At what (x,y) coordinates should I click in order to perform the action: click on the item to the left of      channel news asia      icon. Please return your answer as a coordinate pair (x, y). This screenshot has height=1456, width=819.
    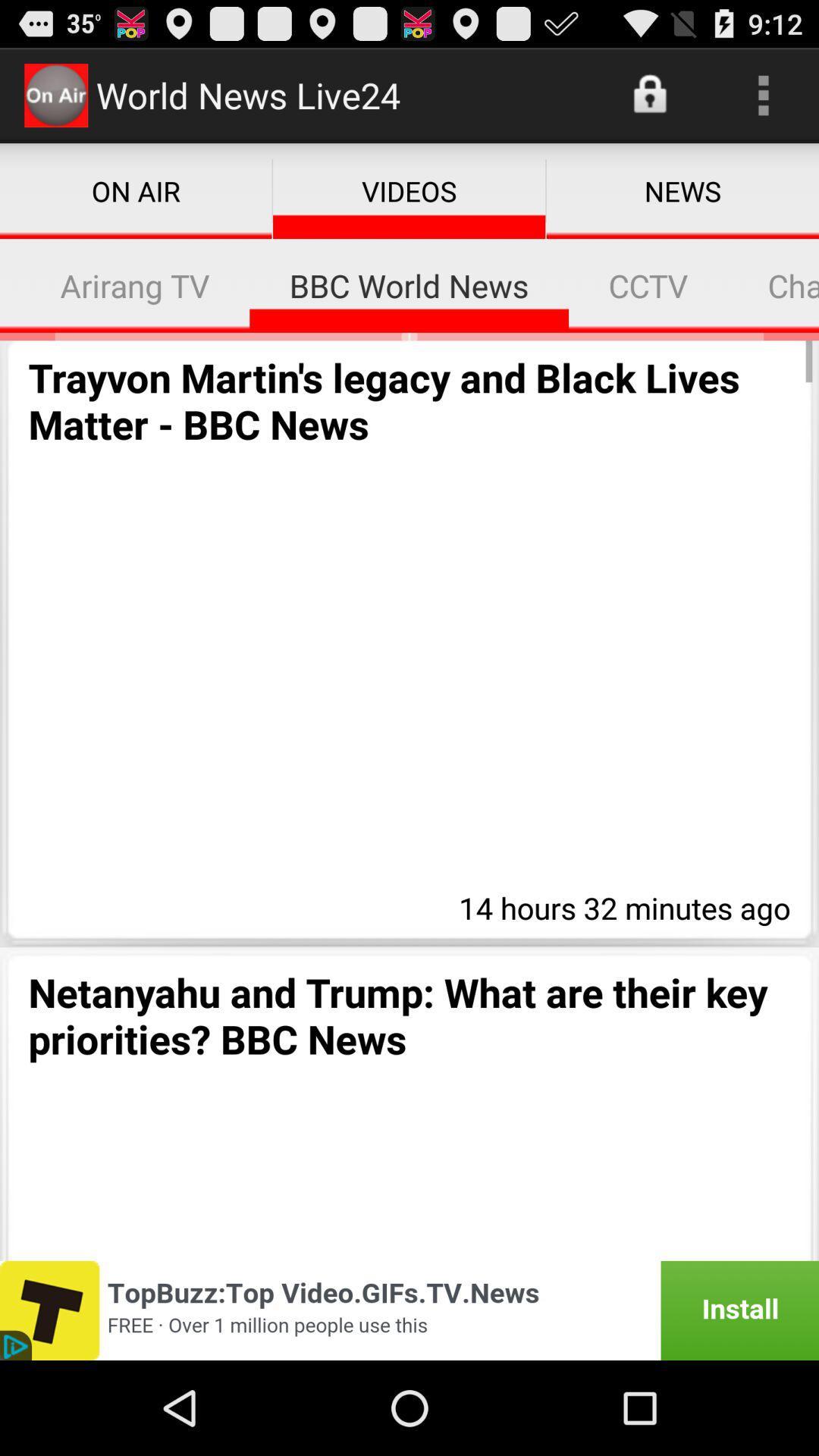
    Looking at the image, I should click on (648, 285).